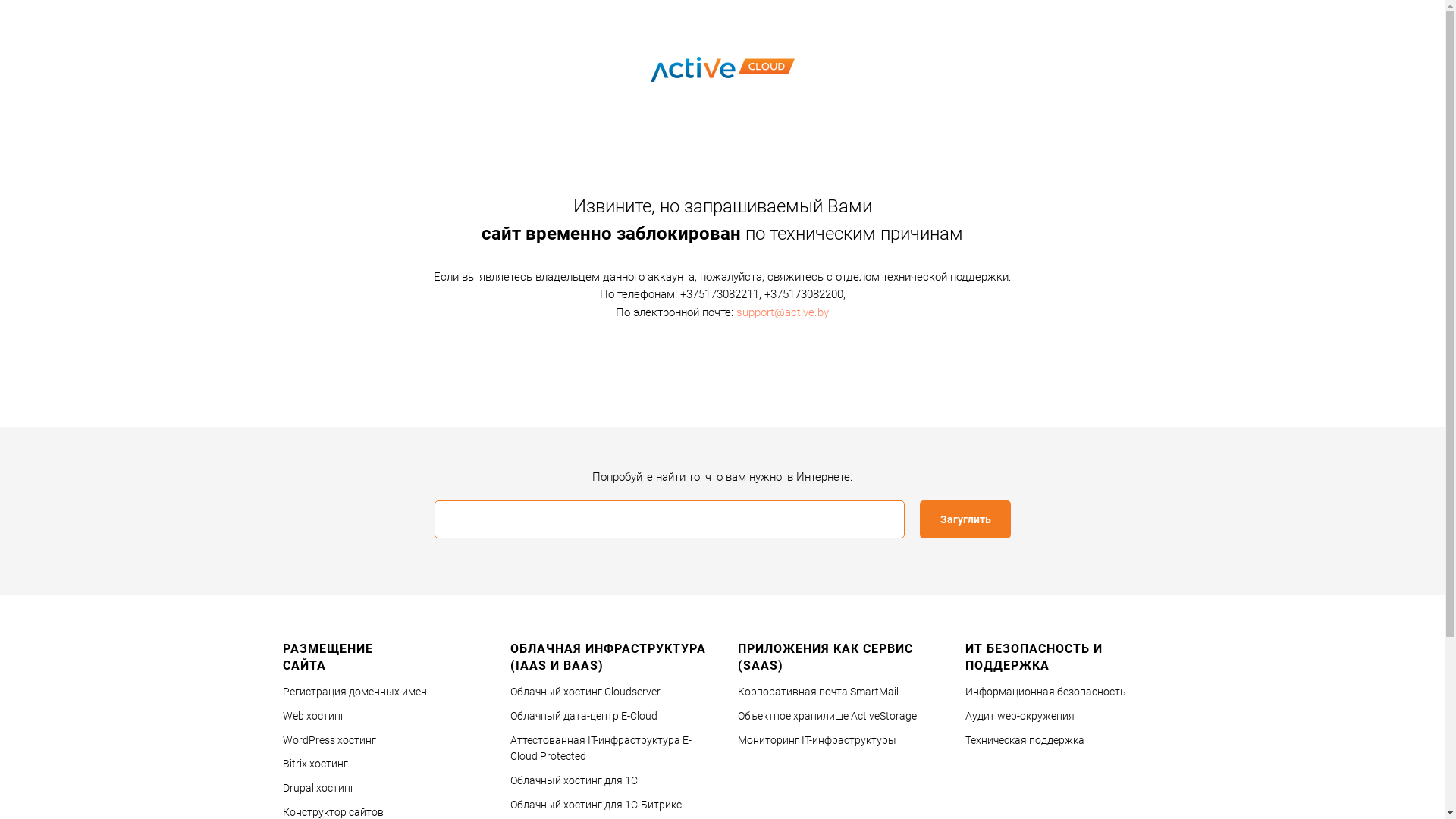  What do you see at coordinates (783, 311) in the screenshot?
I see `'support@active.by'` at bounding box center [783, 311].